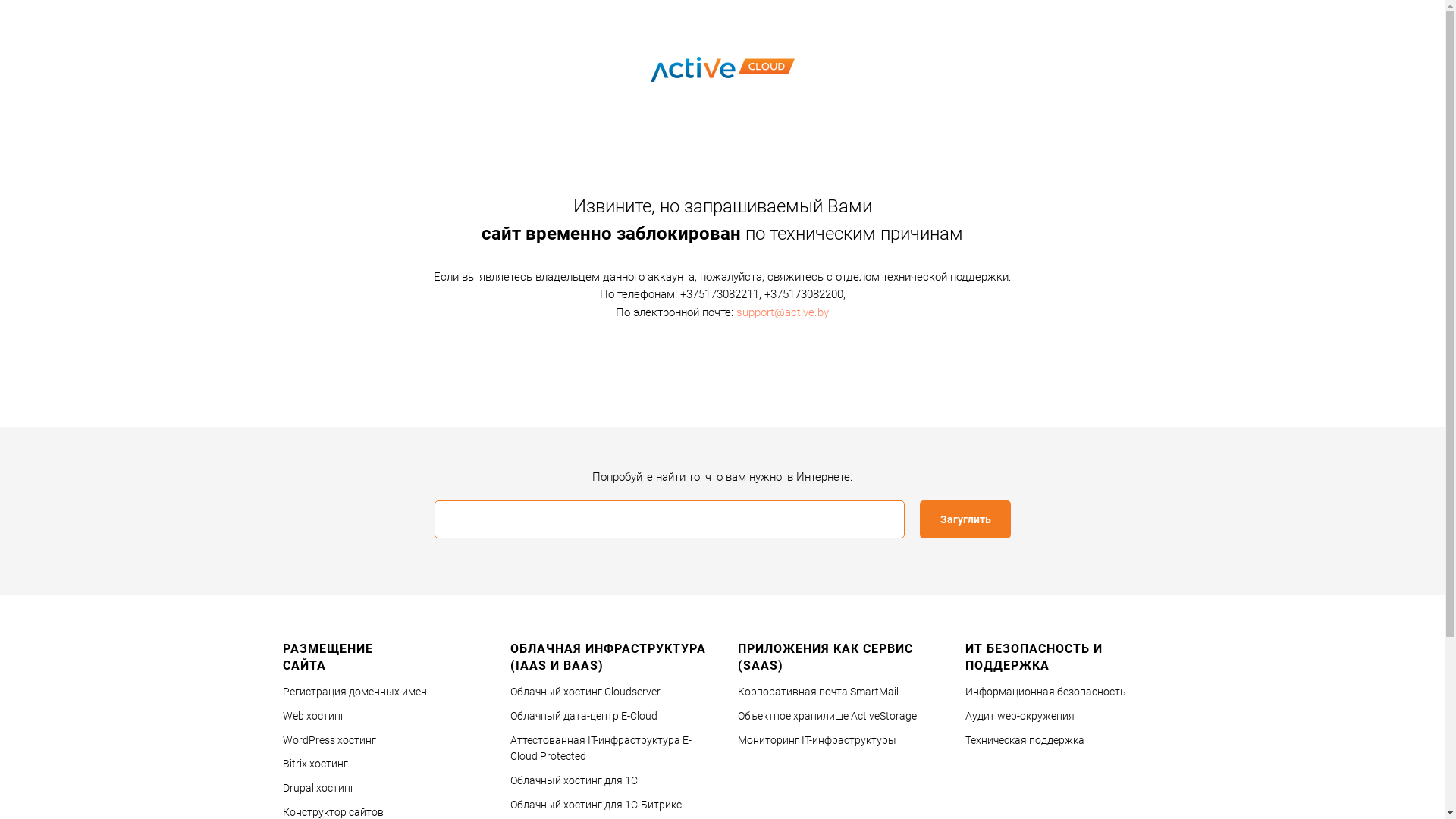  What do you see at coordinates (783, 311) in the screenshot?
I see `'support@active.by'` at bounding box center [783, 311].